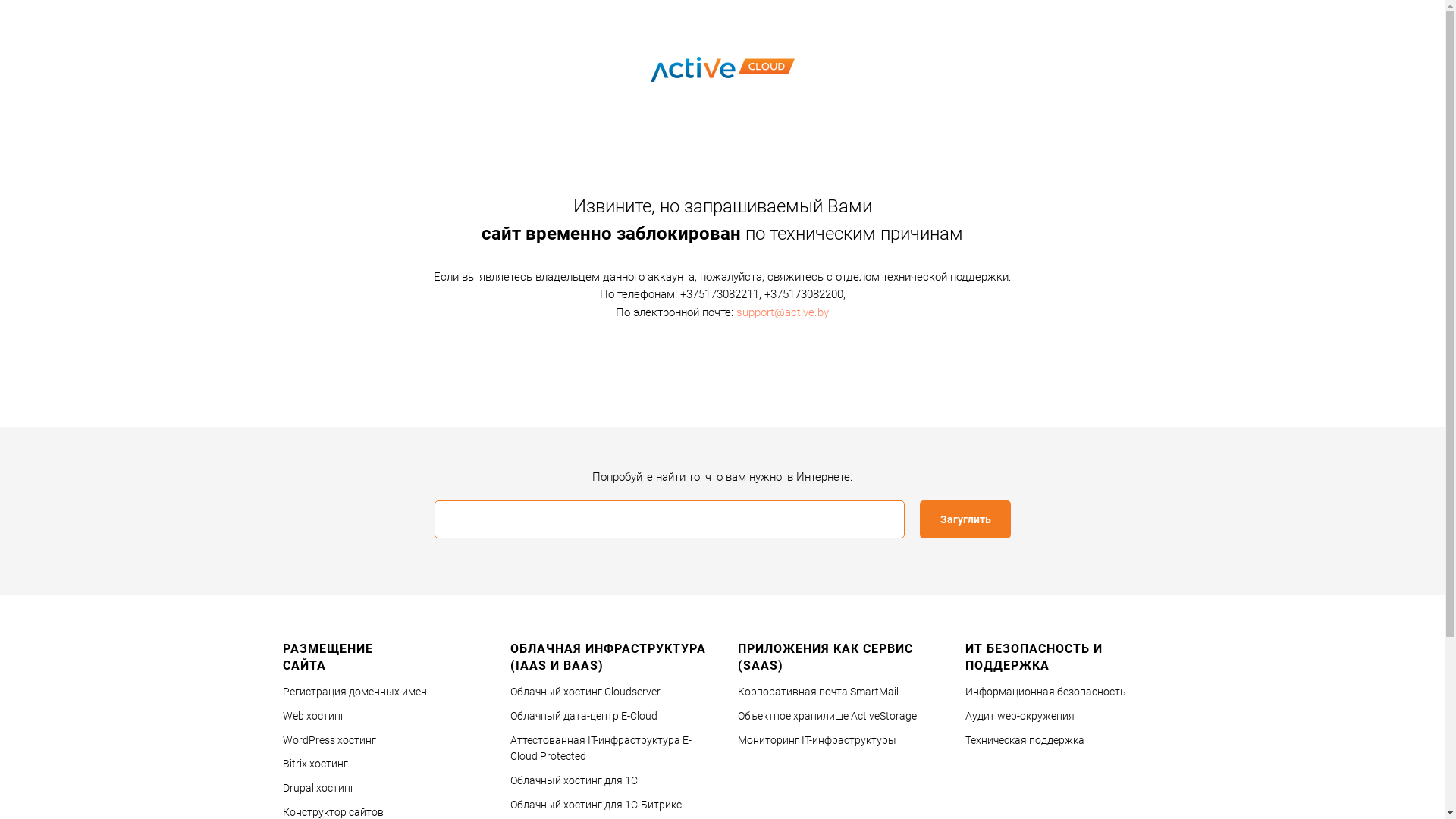  What do you see at coordinates (783, 311) in the screenshot?
I see `'support@active.by'` at bounding box center [783, 311].